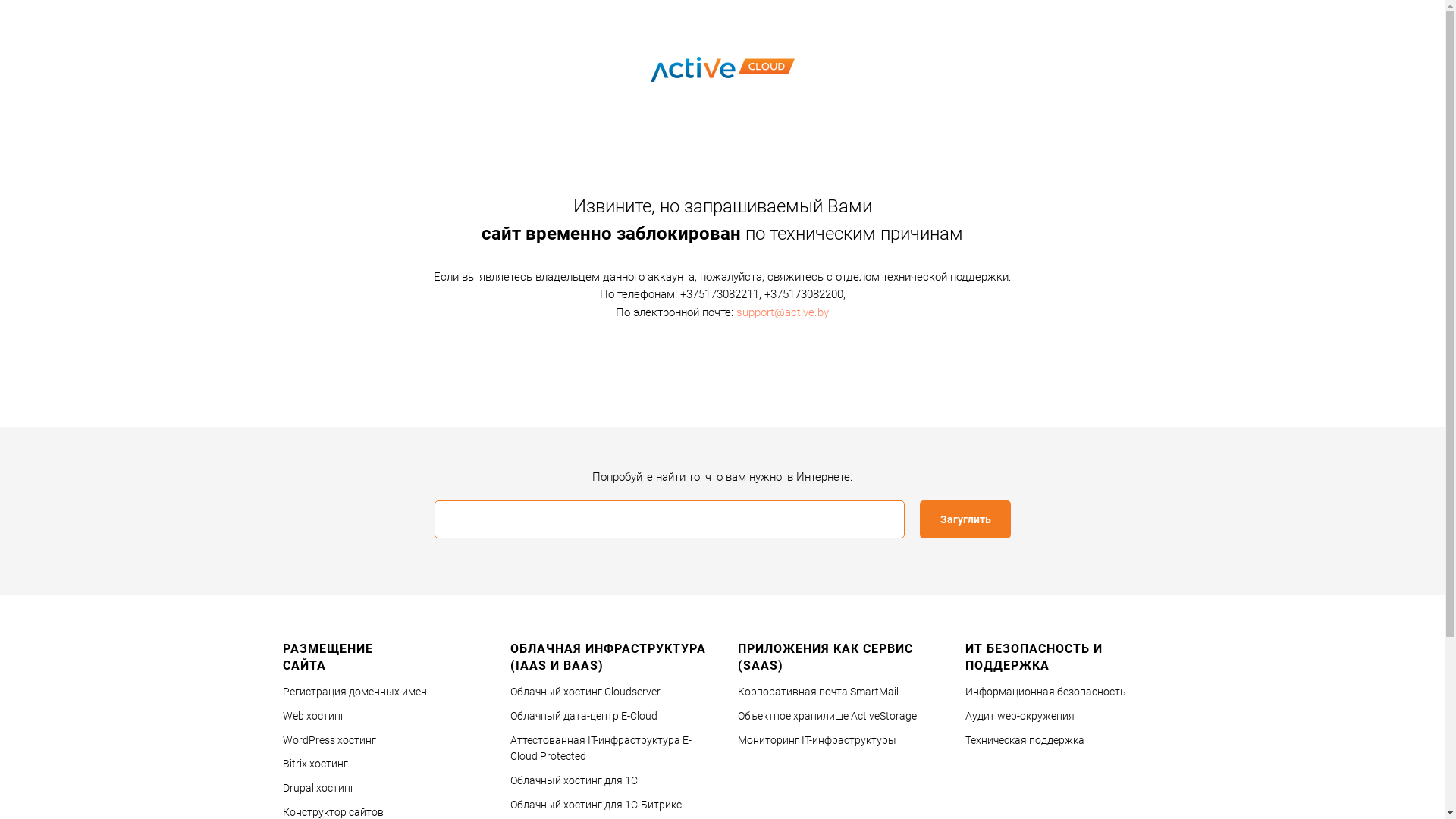  What do you see at coordinates (783, 311) in the screenshot?
I see `'support@active.by'` at bounding box center [783, 311].